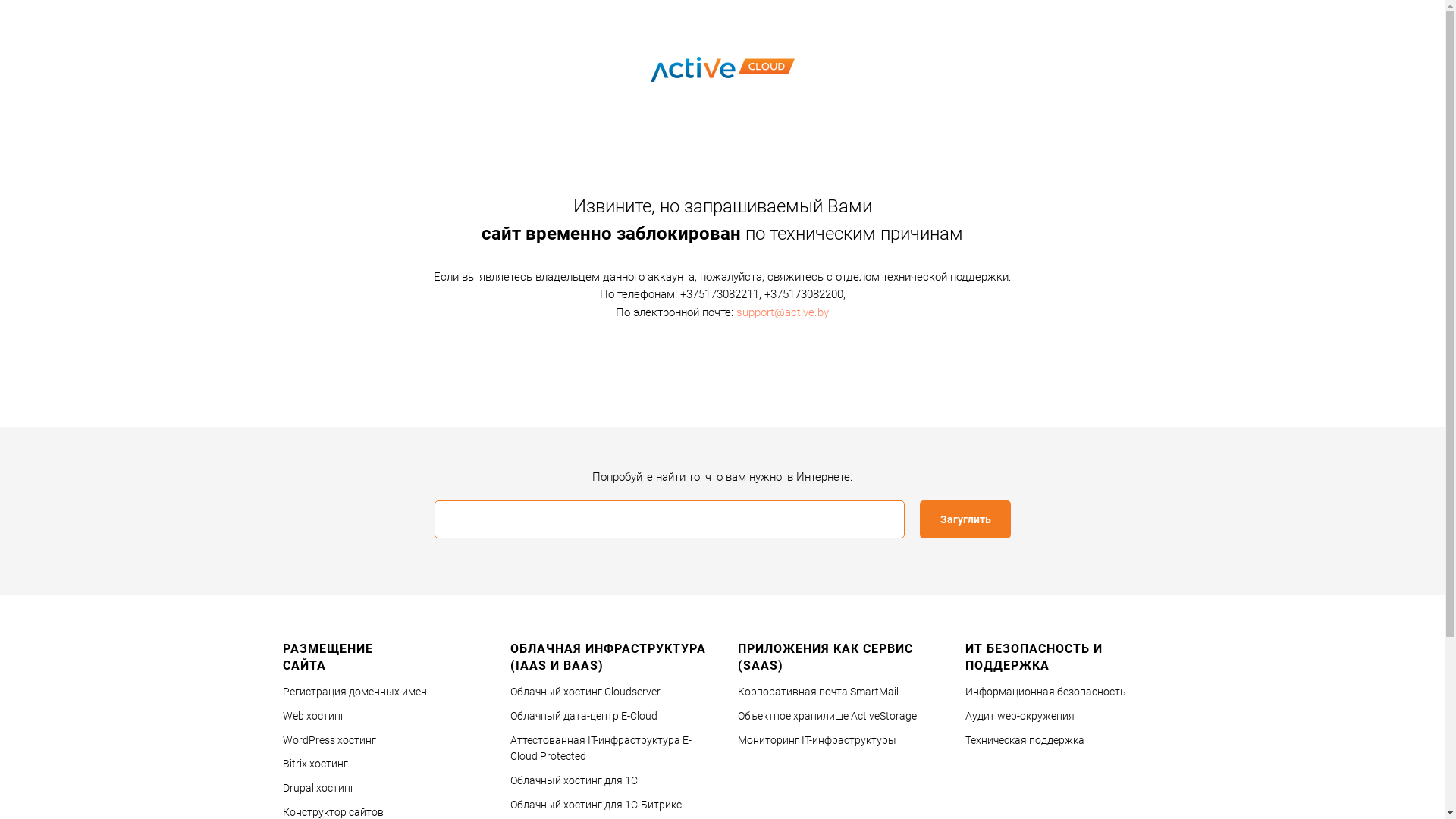  What do you see at coordinates (783, 311) in the screenshot?
I see `'support@active.by'` at bounding box center [783, 311].